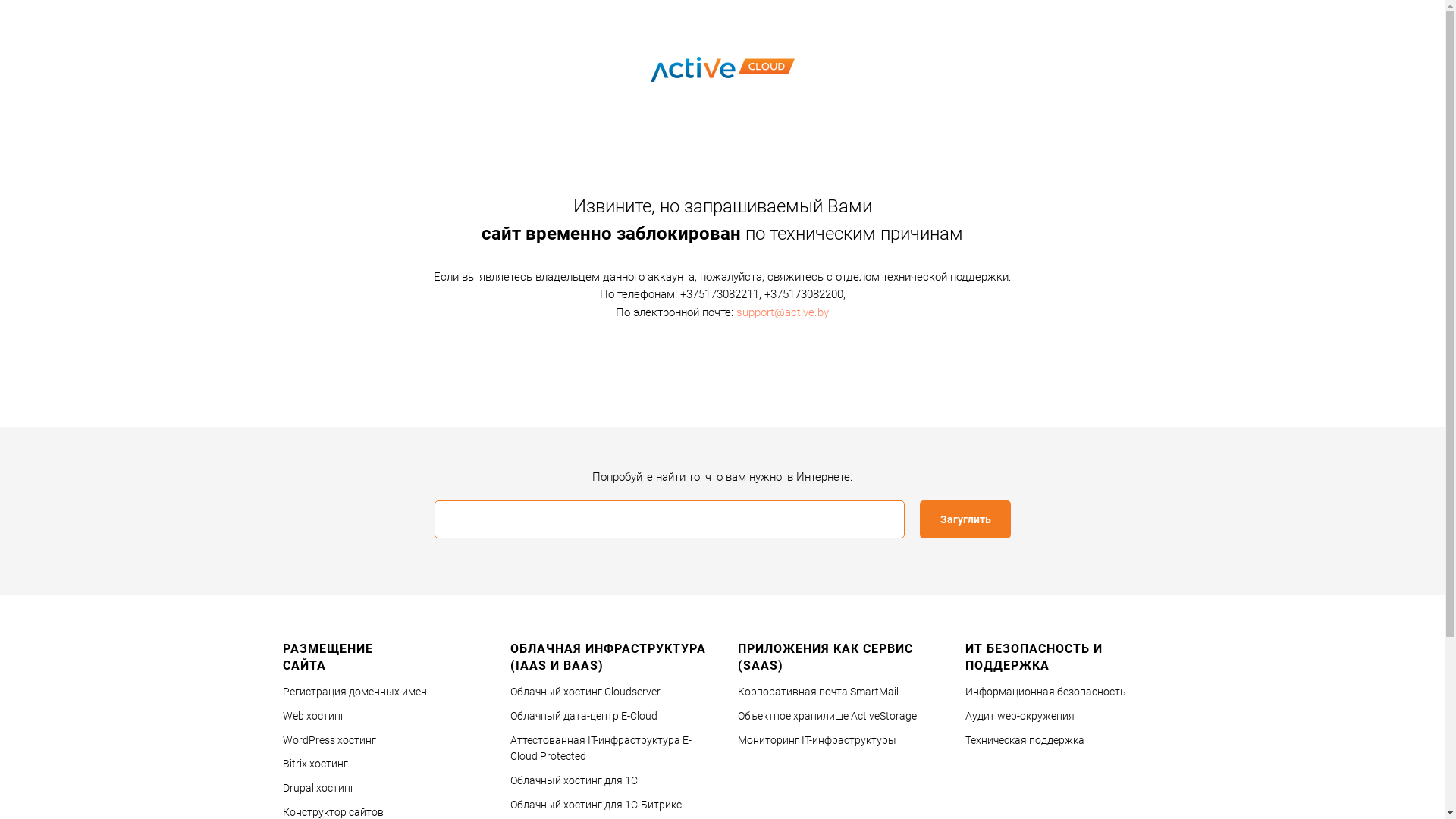  What do you see at coordinates (783, 311) in the screenshot?
I see `'support@active.by'` at bounding box center [783, 311].